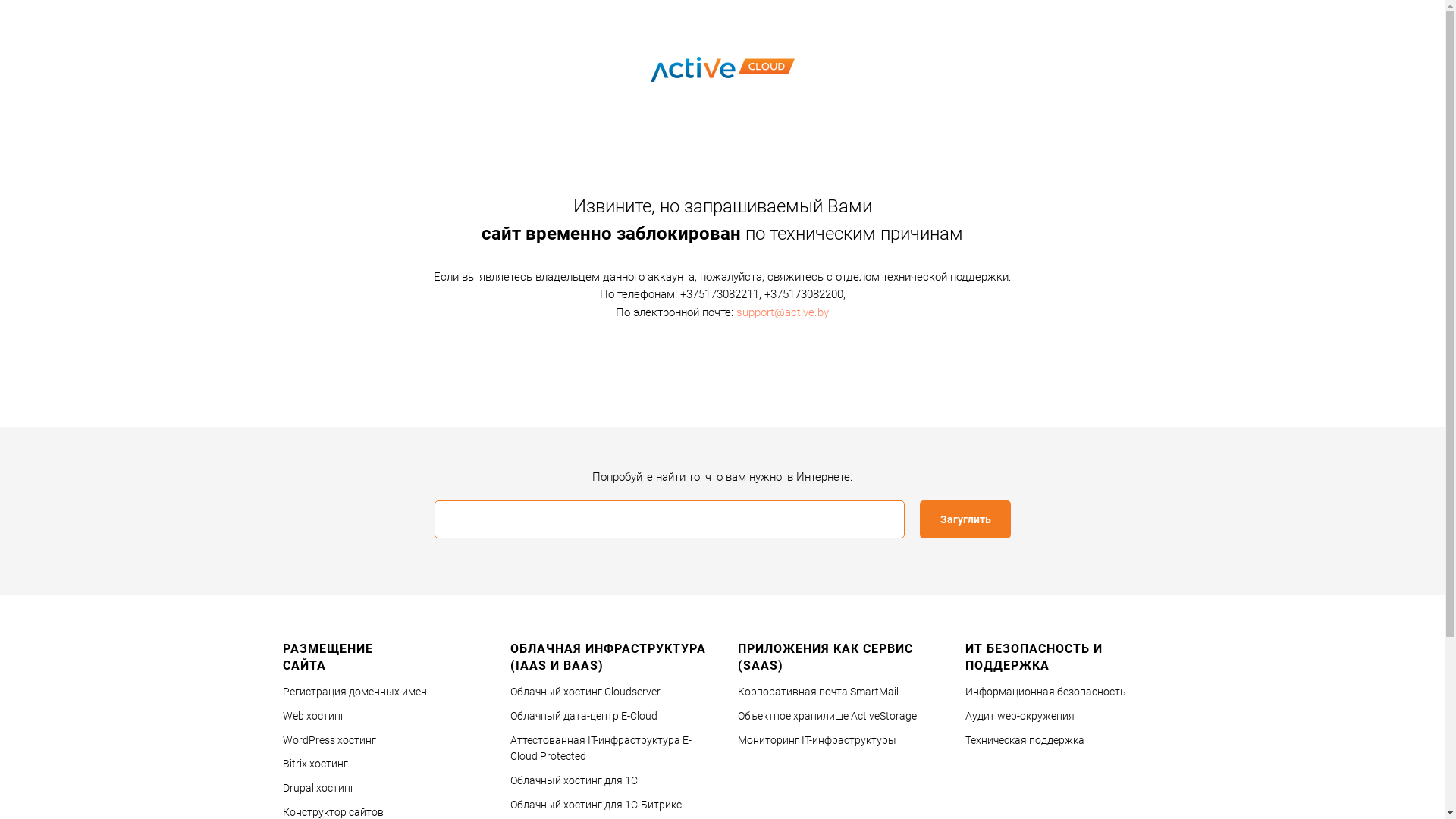  What do you see at coordinates (783, 311) in the screenshot?
I see `'support@active.by'` at bounding box center [783, 311].